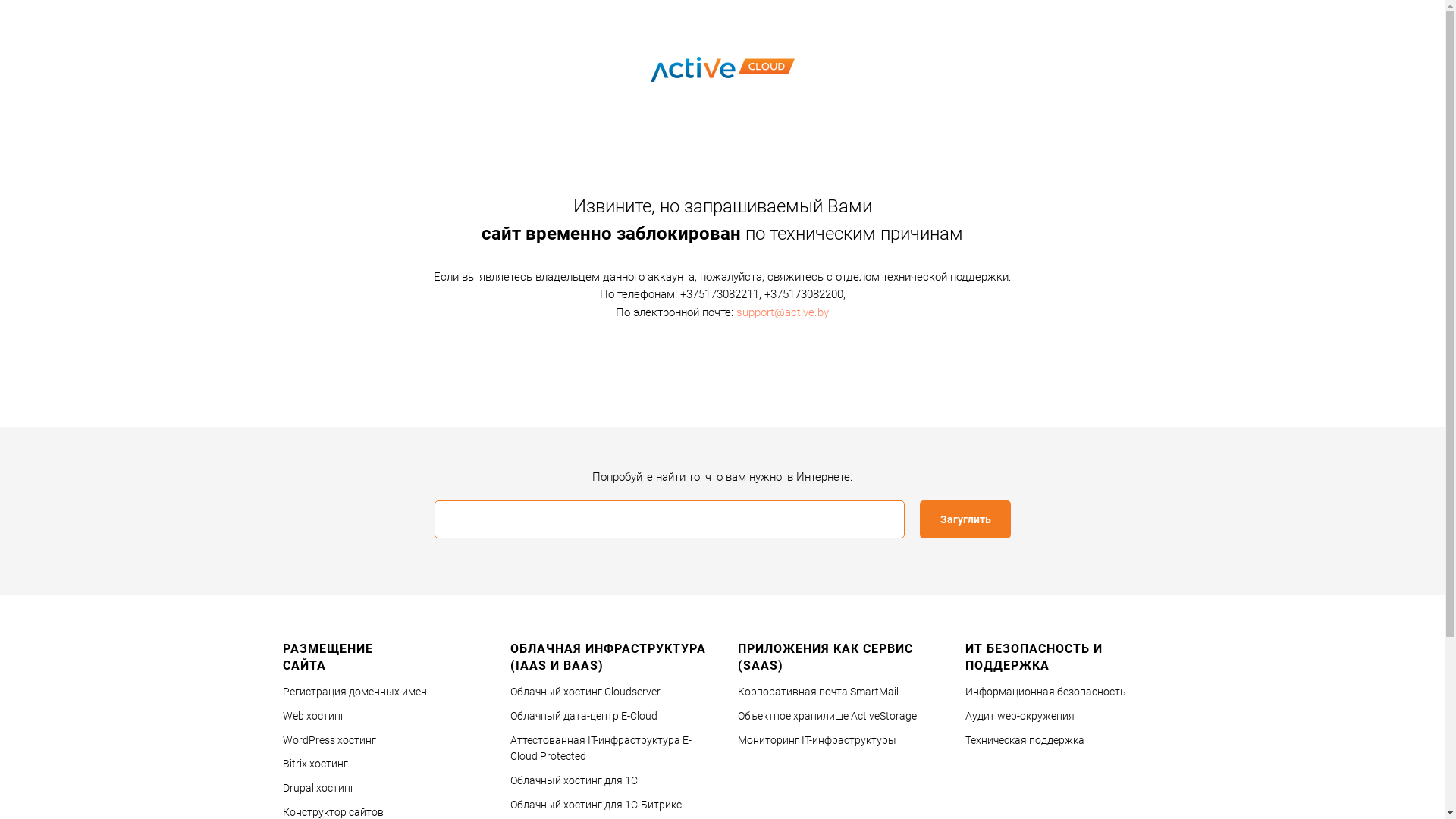  What do you see at coordinates (783, 311) in the screenshot?
I see `'support@active.by'` at bounding box center [783, 311].